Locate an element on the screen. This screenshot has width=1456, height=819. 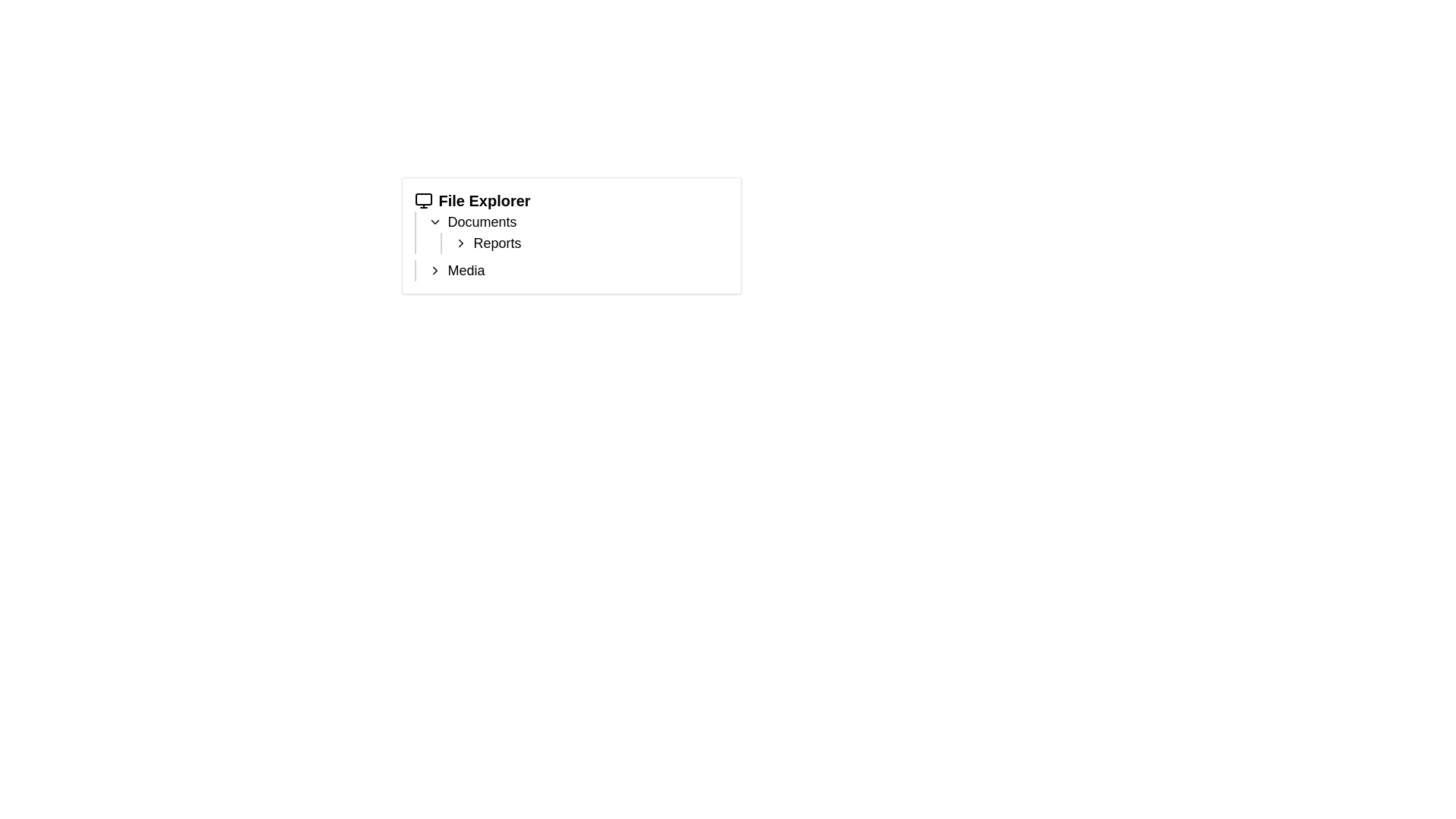
the 'Reports' component within the Navigational section of the 'File Explorer' is located at coordinates (570, 245).